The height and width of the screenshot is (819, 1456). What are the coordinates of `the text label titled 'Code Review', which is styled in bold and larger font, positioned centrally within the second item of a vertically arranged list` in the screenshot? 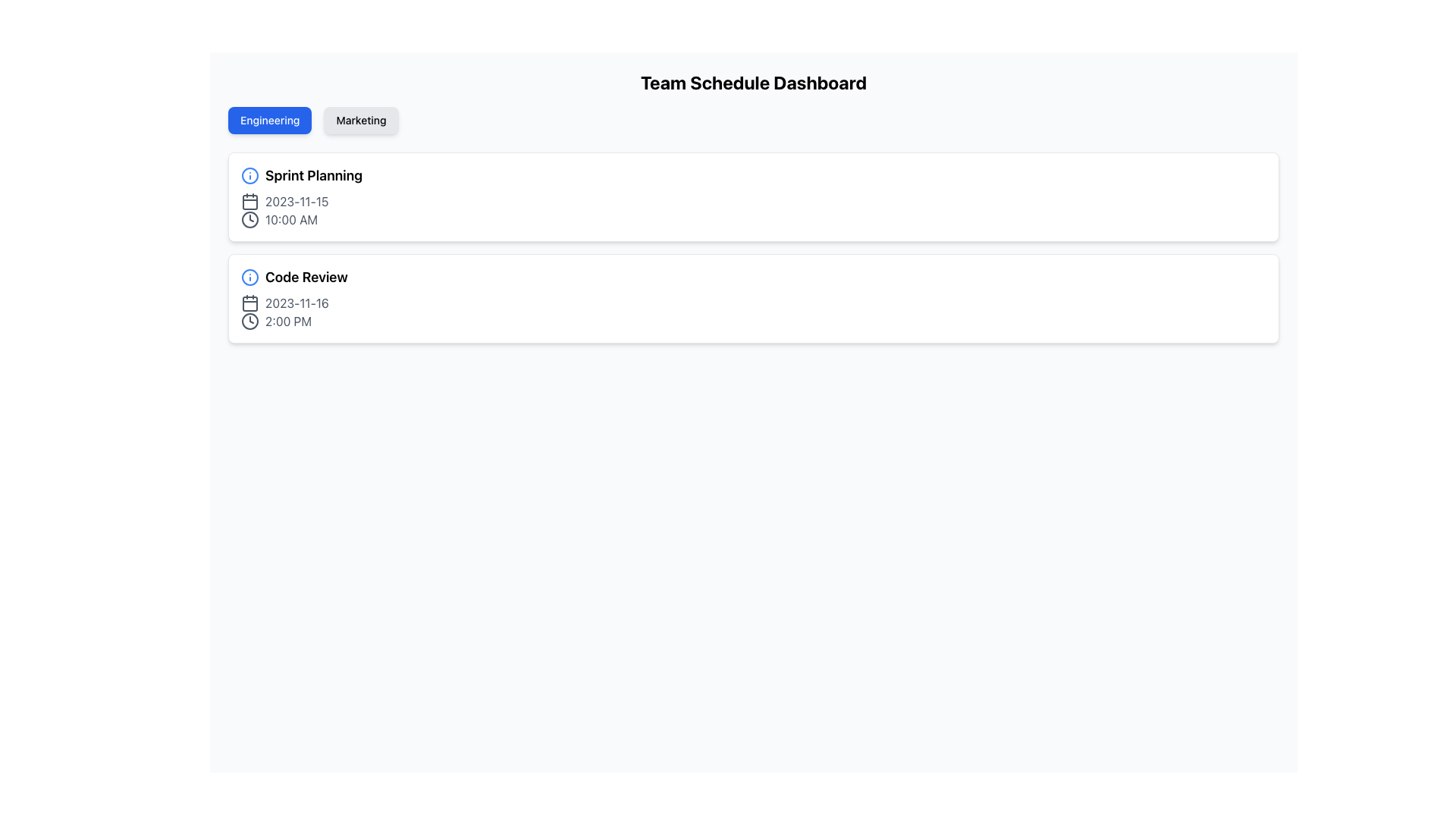 It's located at (306, 278).